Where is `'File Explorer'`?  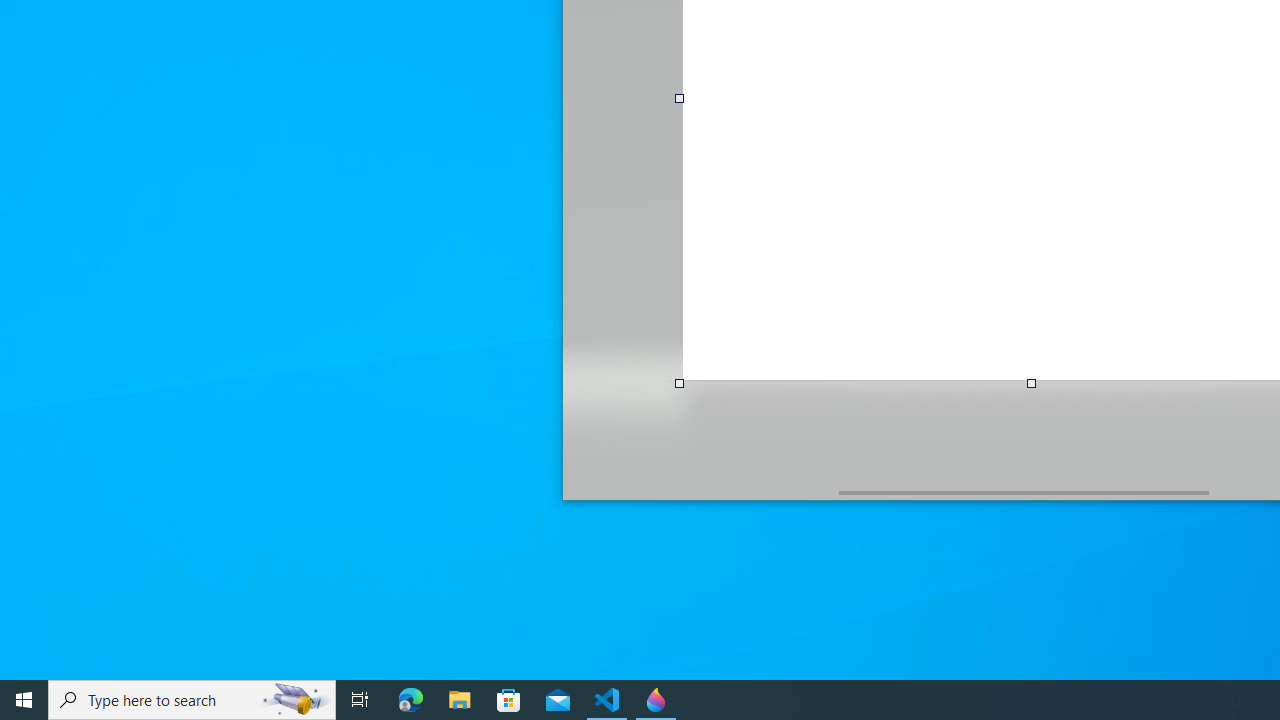 'File Explorer' is located at coordinates (459, 698).